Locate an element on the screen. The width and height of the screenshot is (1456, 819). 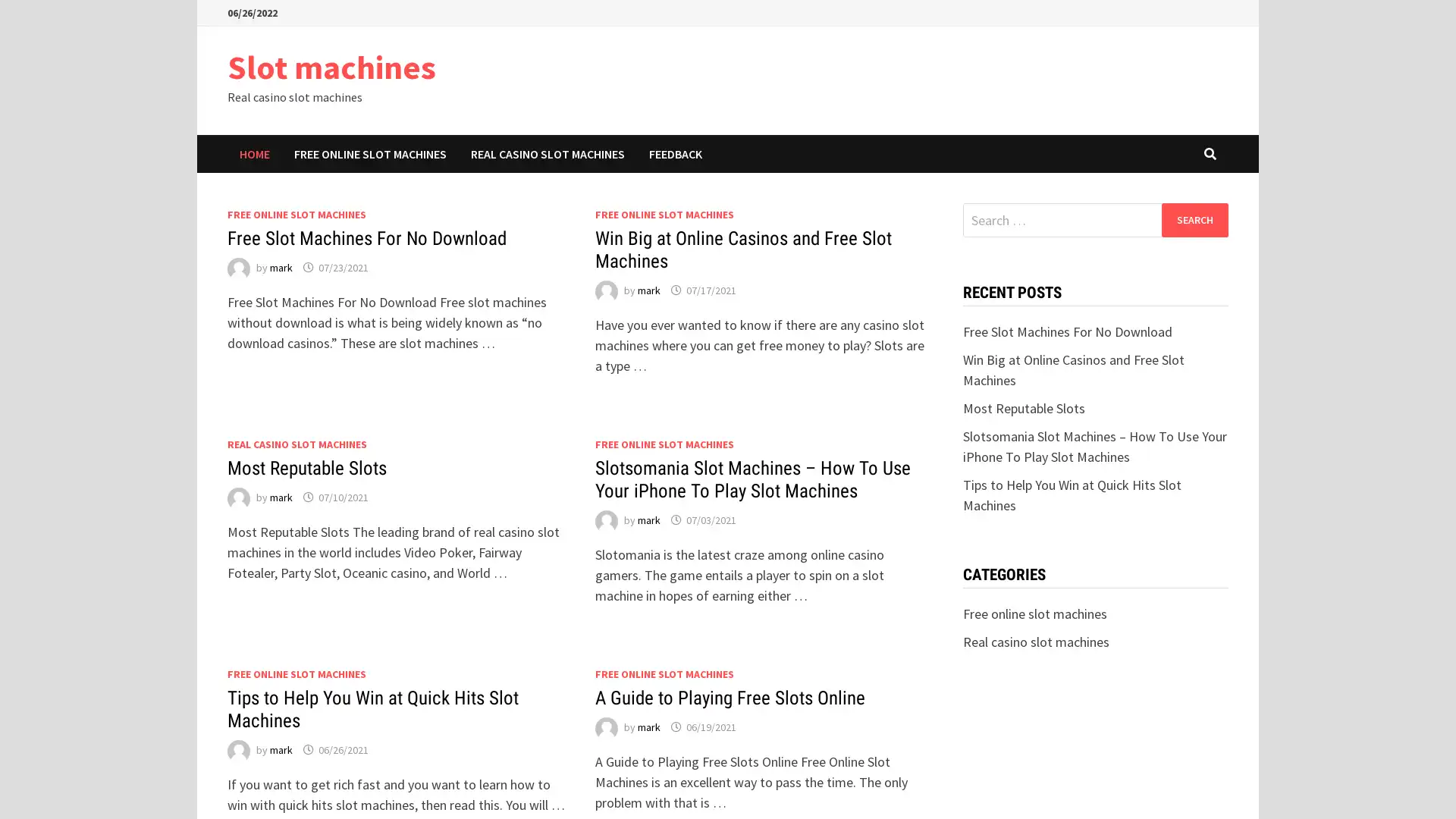
Search is located at coordinates (1194, 219).